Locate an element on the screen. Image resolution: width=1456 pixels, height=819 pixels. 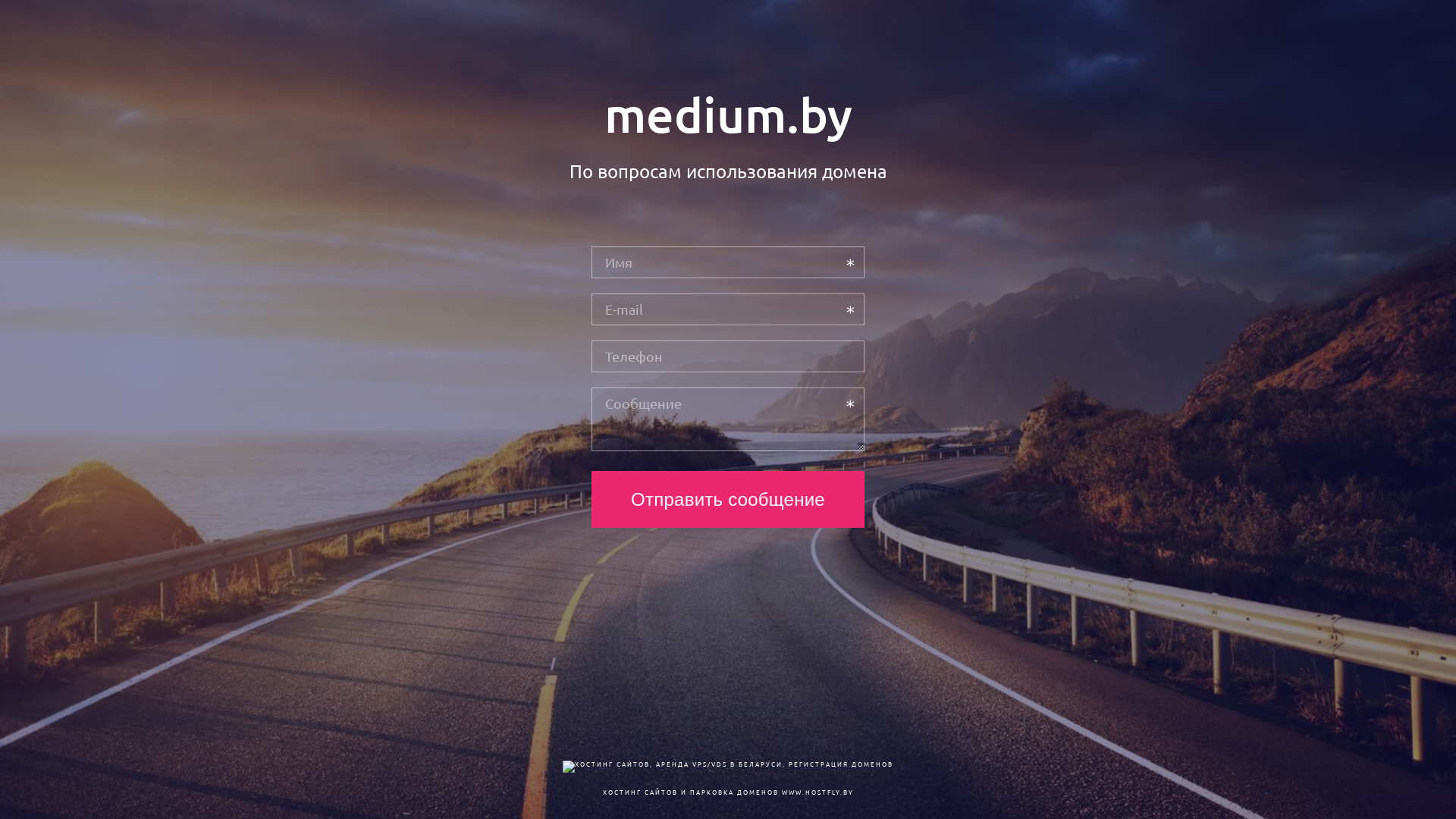
'WWW.HOSTFLY.BY' is located at coordinates (816, 791).